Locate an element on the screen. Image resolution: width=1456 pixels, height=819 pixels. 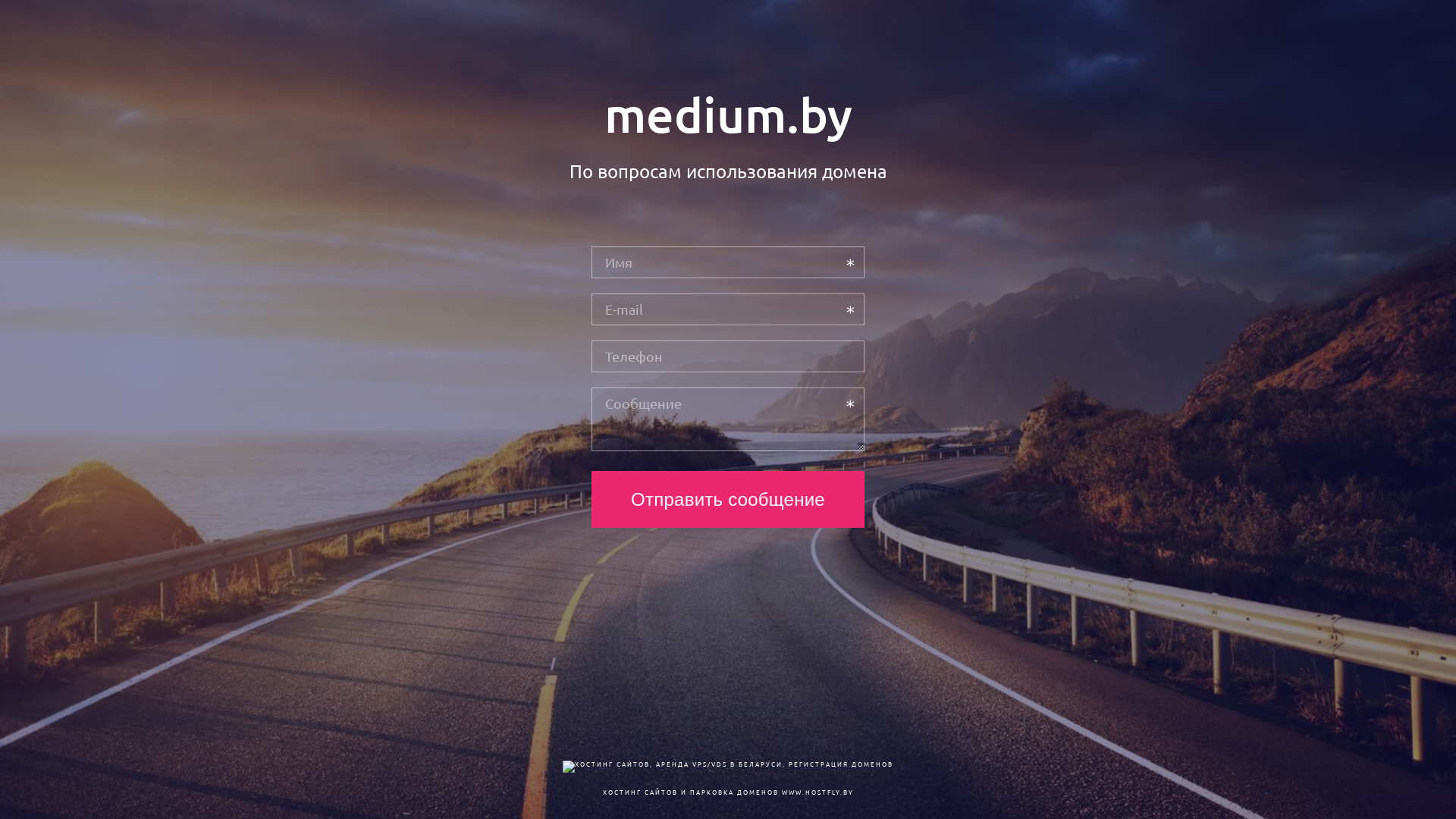
'WWW.HOSTFLY.BY' is located at coordinates (816, 791).